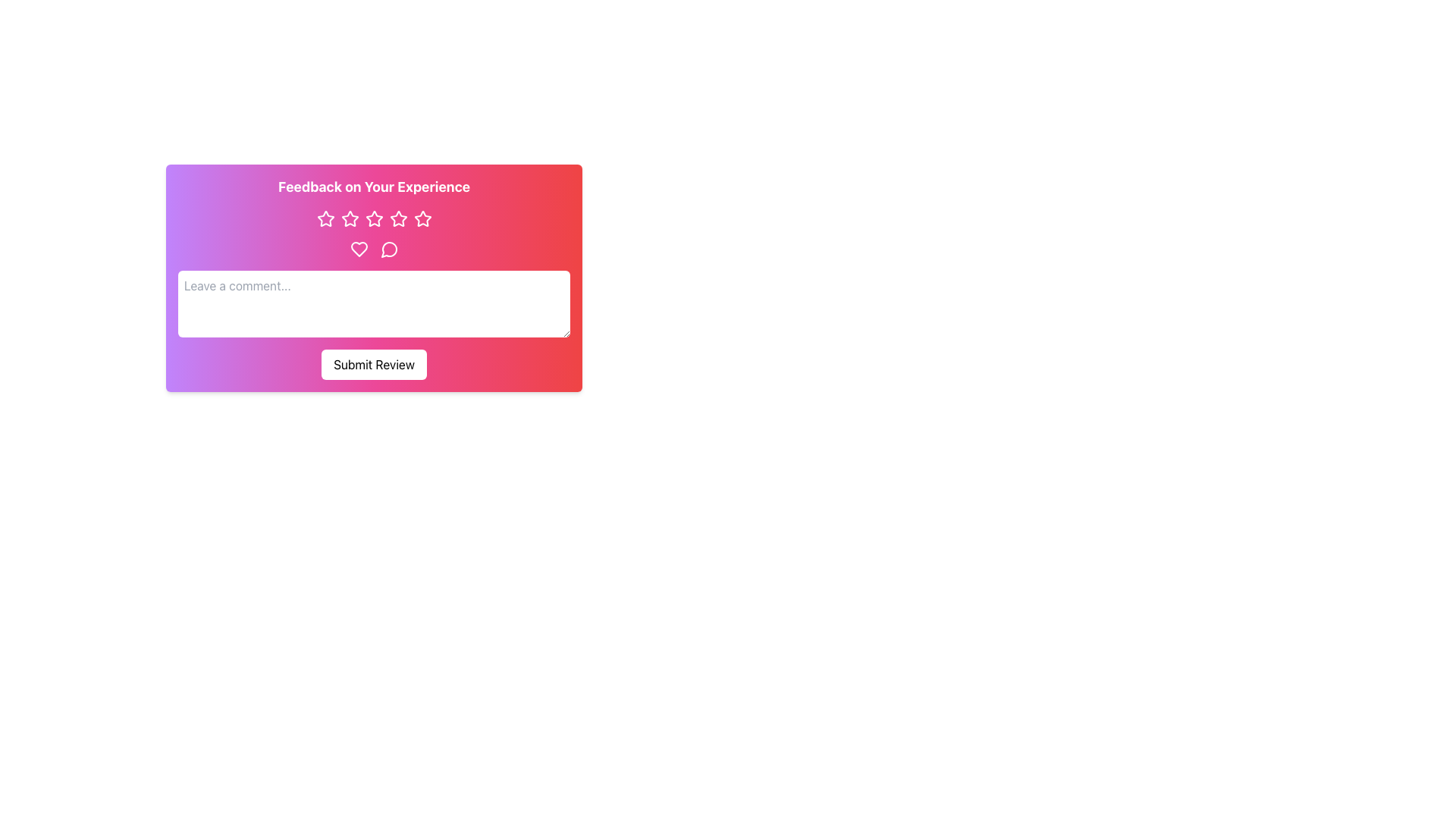 The width and height of the screenshot is (1456, 819). What do you see at coordinates (398, 218) in the screenshot?
I see `the fourth star in the rating scale, which is part of a feedback card titled 'Feedback on Your Experience'` at bounding box center [398, 218].